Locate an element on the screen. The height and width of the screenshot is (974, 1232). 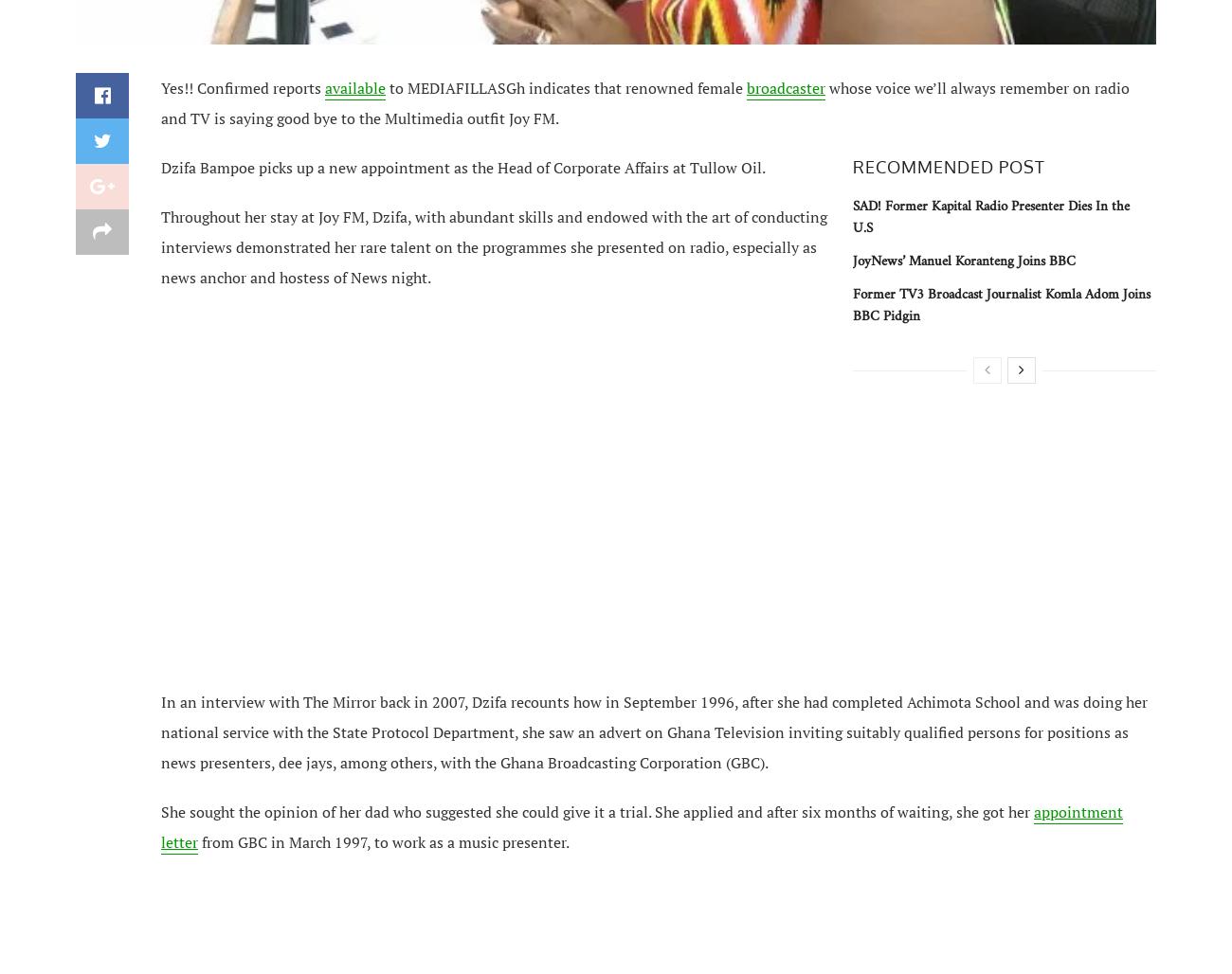
'voice we’ll always remember on radio and TV is saying good bye to the Multimedia outfit Joy FM.' is located at coordinates (643, 101).